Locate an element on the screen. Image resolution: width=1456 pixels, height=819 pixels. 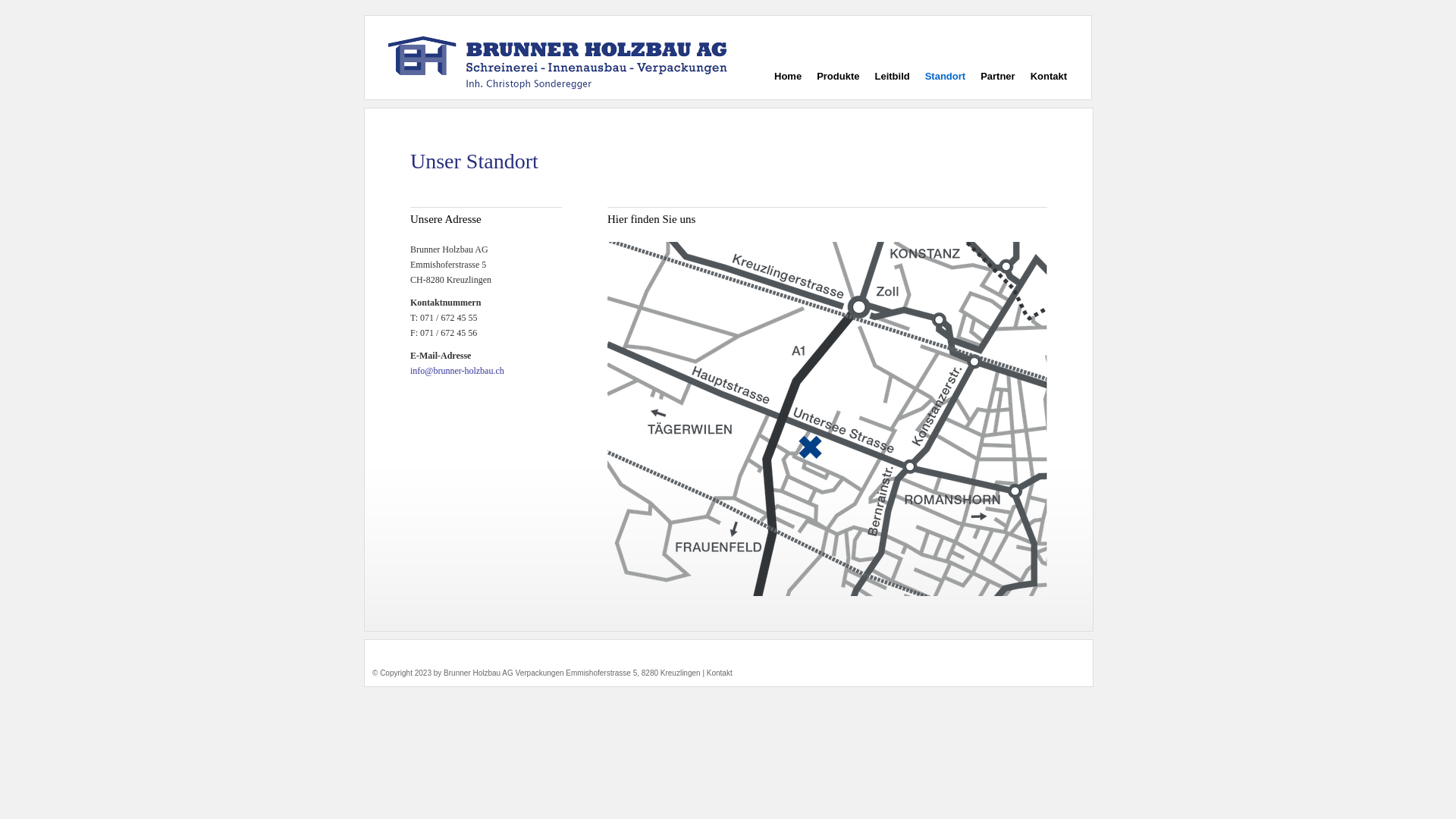
'Kontakt' is located at coordinates (719, 672).